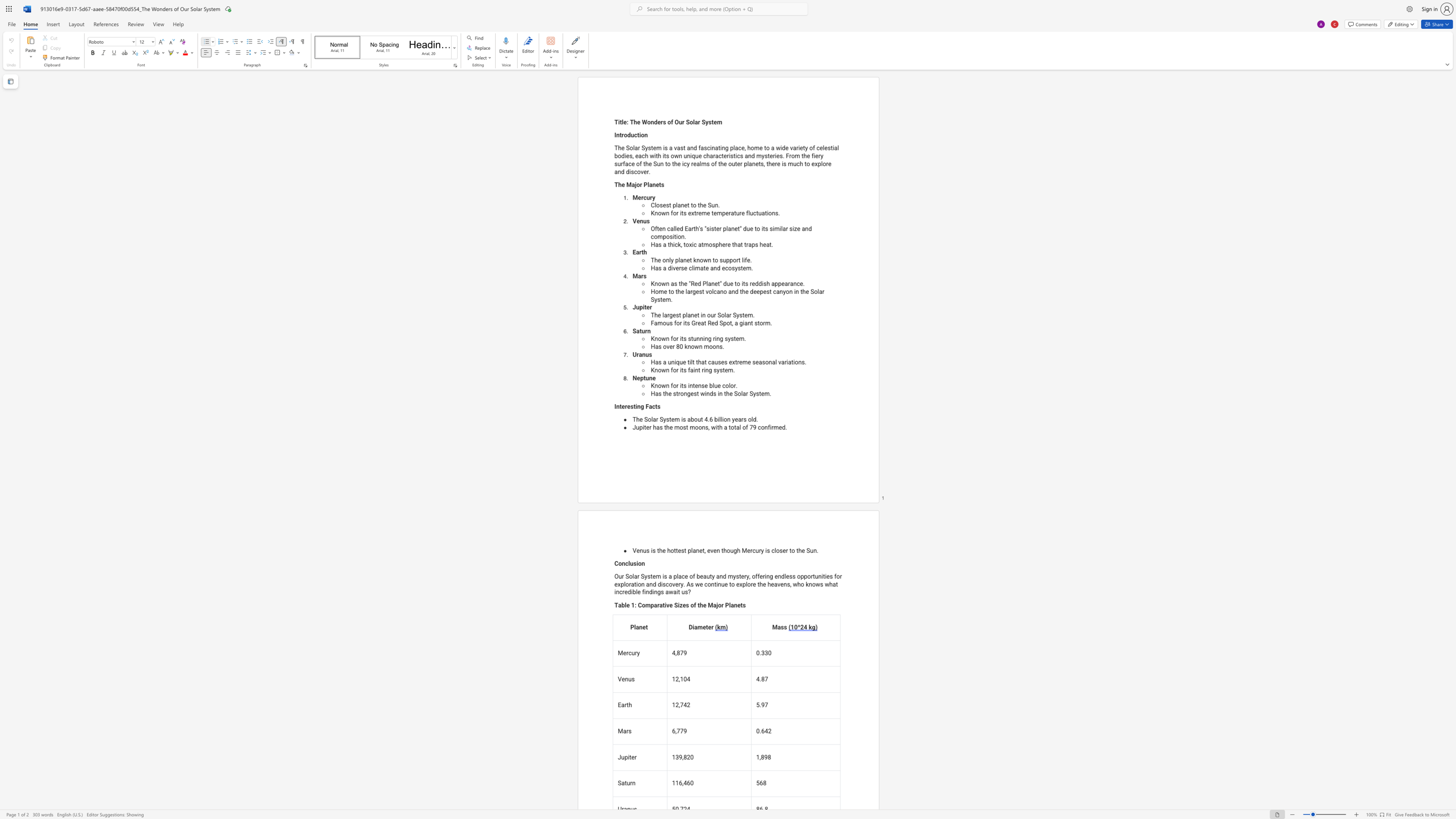 This screenshot has width=1456, height=819. What do you see at coordinates (683, 259) in the screenshot?
I see `the space between the continuous character "a" and "n" in the text` at bounding box center [683, 259].